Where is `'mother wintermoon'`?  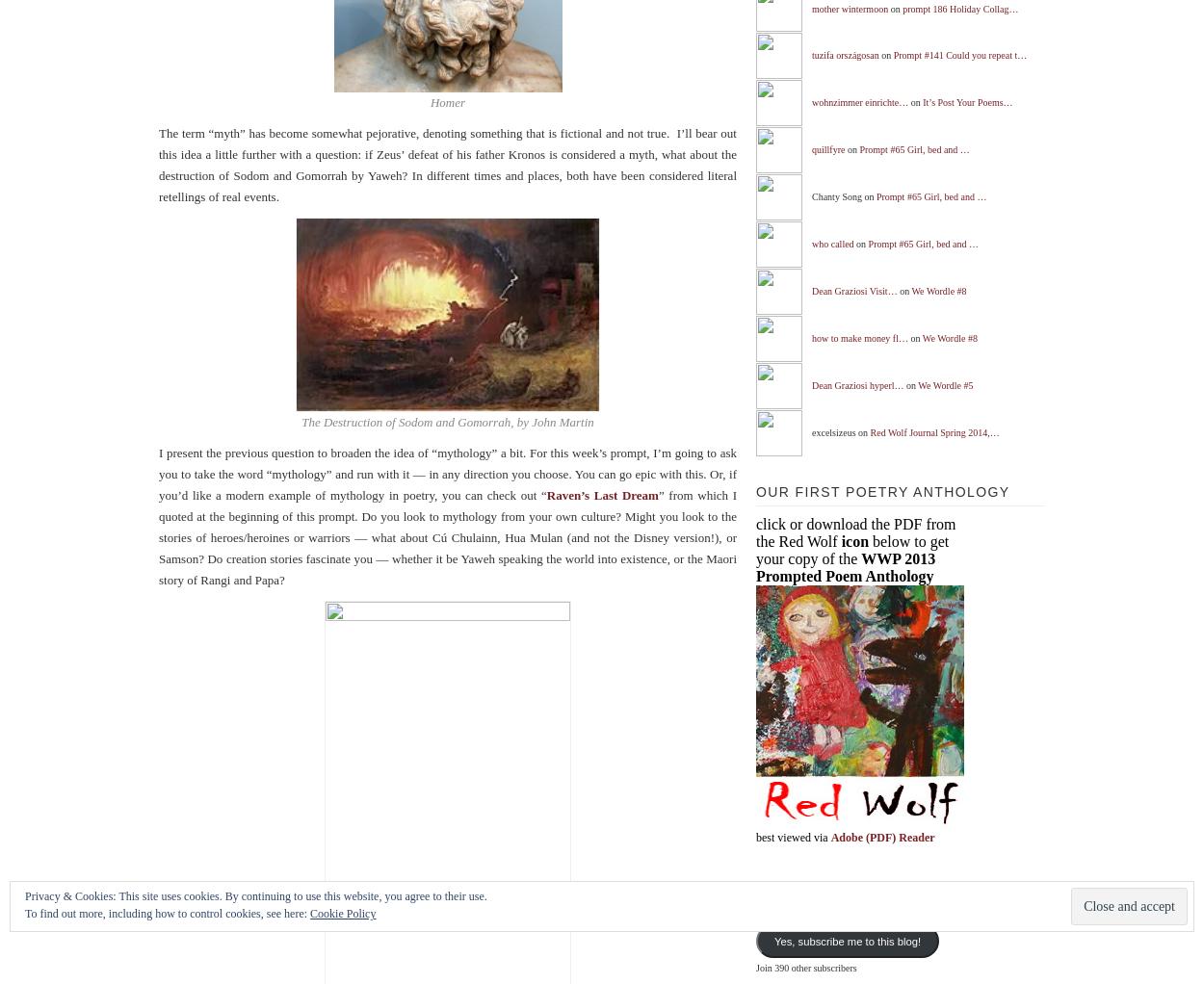 'mother wintermoon' is located at coordinates (850, 7).